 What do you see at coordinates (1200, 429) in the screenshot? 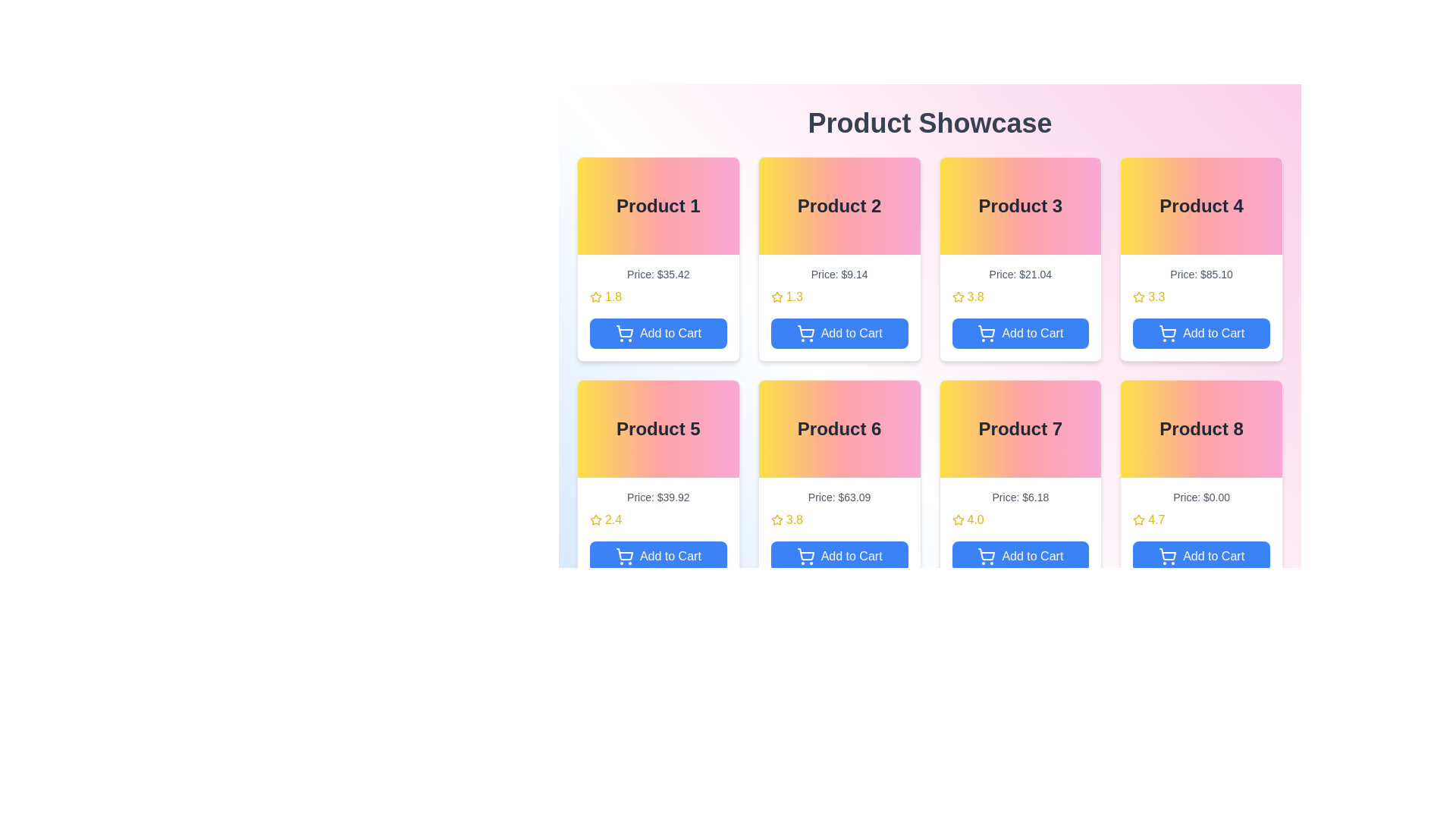
I see `the text label that reads 'Product 8', which is styled with a large, bold, dark gray font and is prominently displayed in the bottom-right corner of the product grid` at bounding box center [1200, 429].